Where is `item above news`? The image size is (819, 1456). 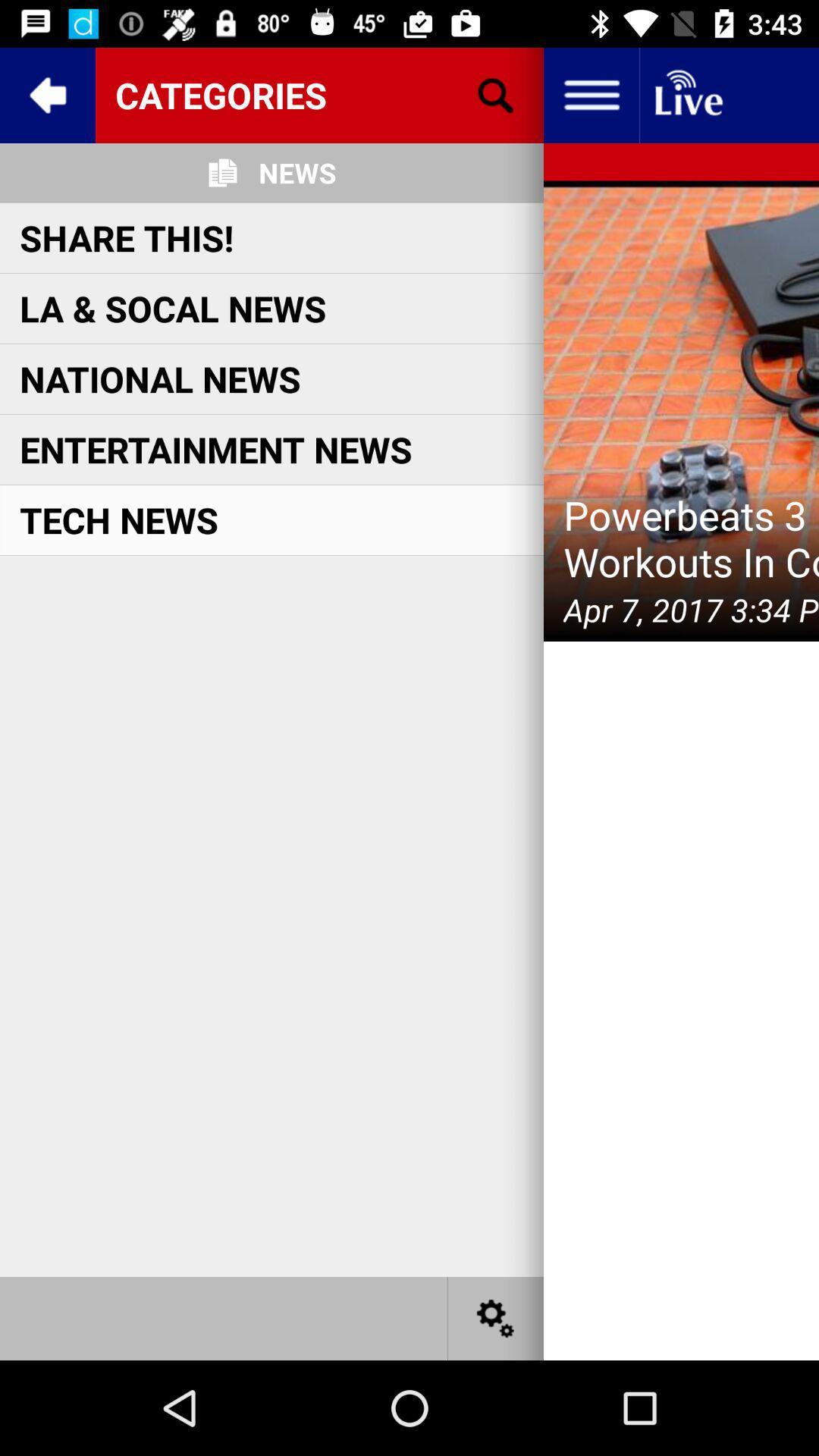
item above news is located at coordinates (318, 94).